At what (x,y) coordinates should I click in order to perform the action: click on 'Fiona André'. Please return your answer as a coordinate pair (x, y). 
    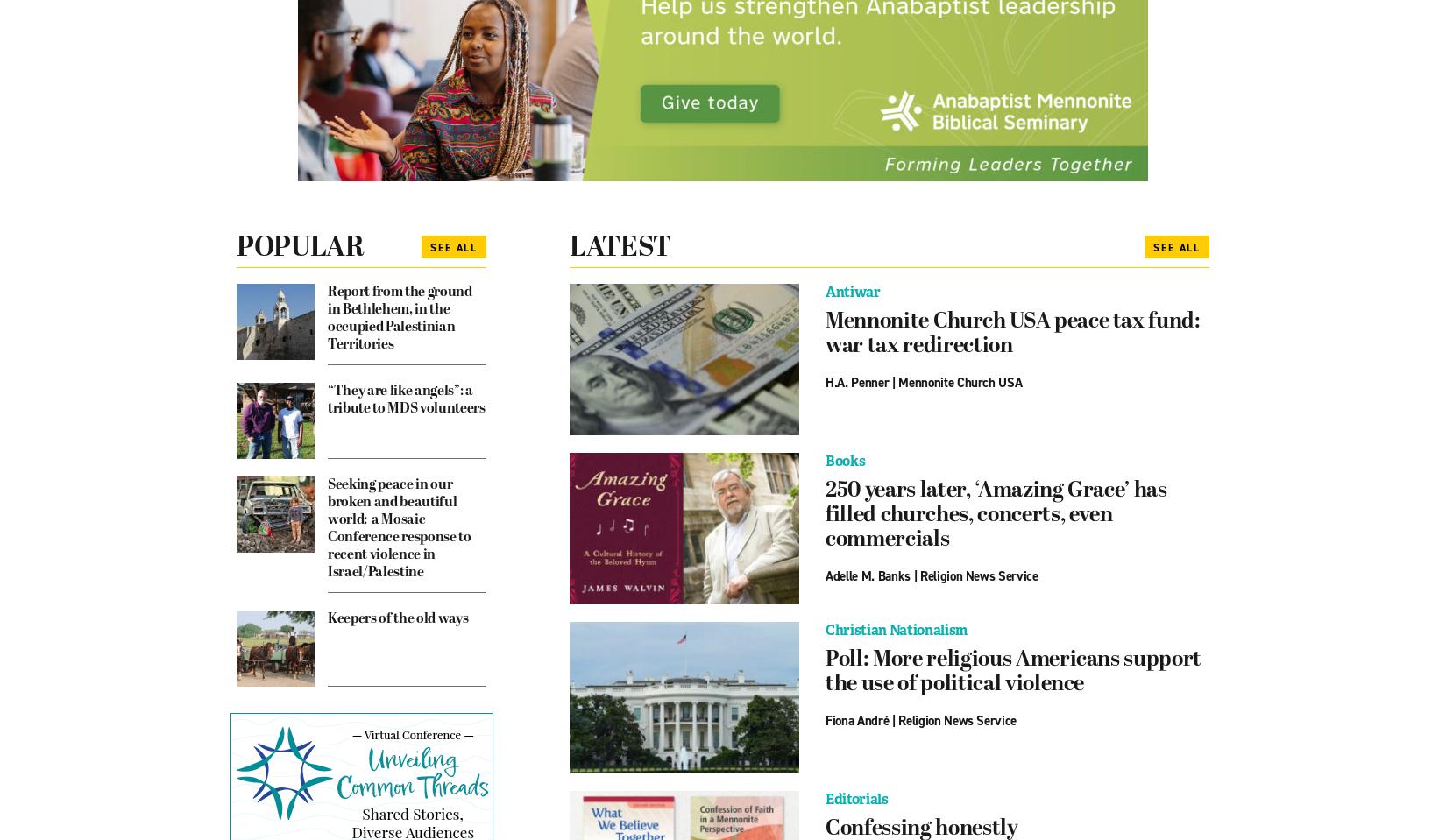
    Looking at the image, I should click on (856, 719).